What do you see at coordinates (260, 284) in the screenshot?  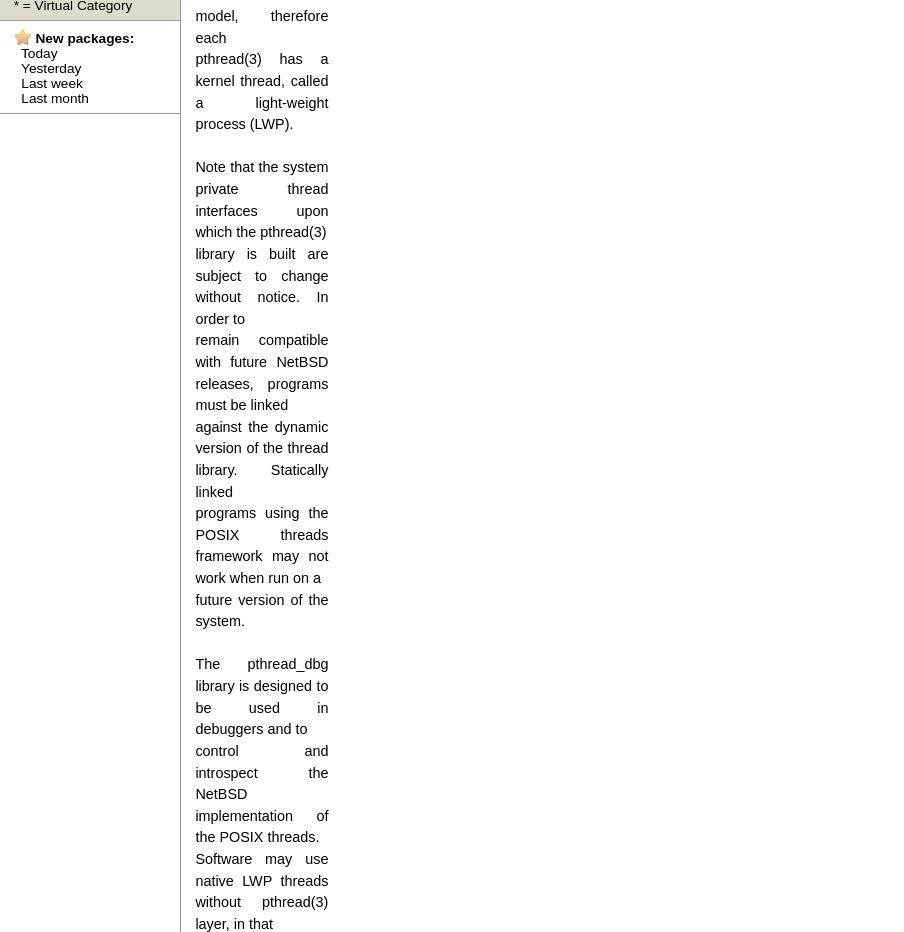 I see `'library is built are subject to change without notice.  In order to'` at bounding box center [260, 284].